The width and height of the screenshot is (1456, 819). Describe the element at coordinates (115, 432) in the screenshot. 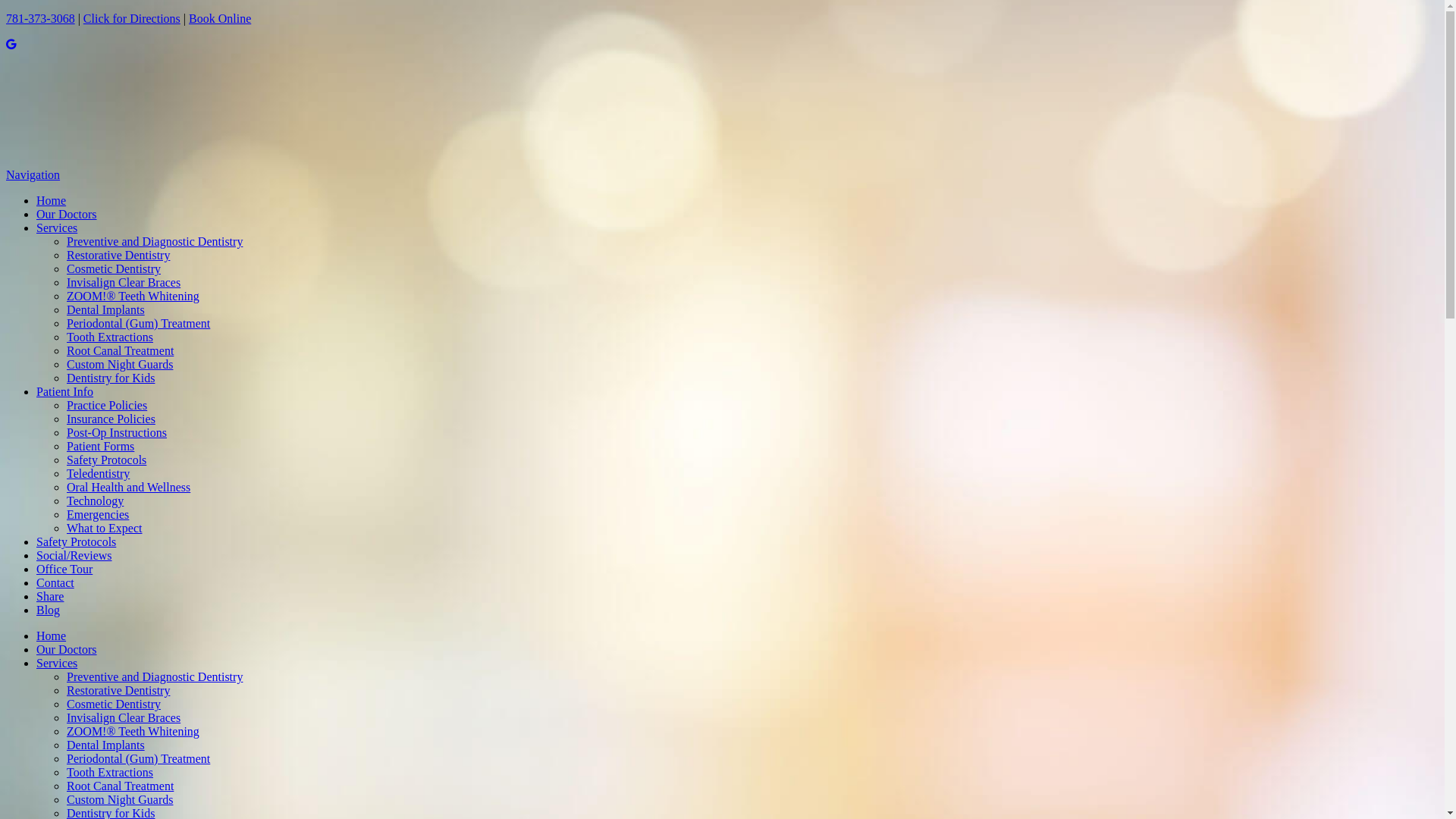

I see `'Post-Op Instructions'` at that location.